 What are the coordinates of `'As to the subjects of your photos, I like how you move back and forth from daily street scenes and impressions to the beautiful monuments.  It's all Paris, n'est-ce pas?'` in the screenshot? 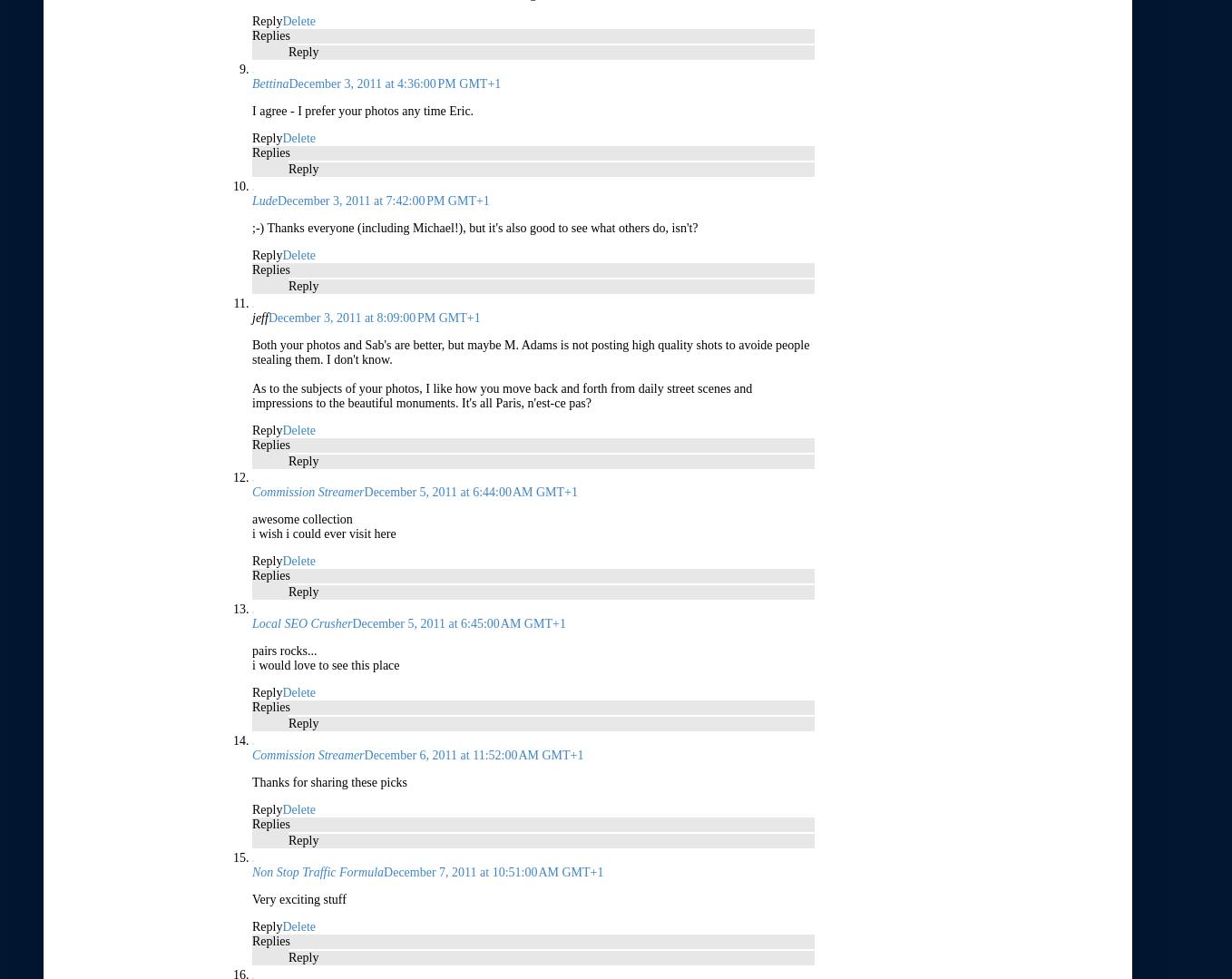 It's located at (251, 395).